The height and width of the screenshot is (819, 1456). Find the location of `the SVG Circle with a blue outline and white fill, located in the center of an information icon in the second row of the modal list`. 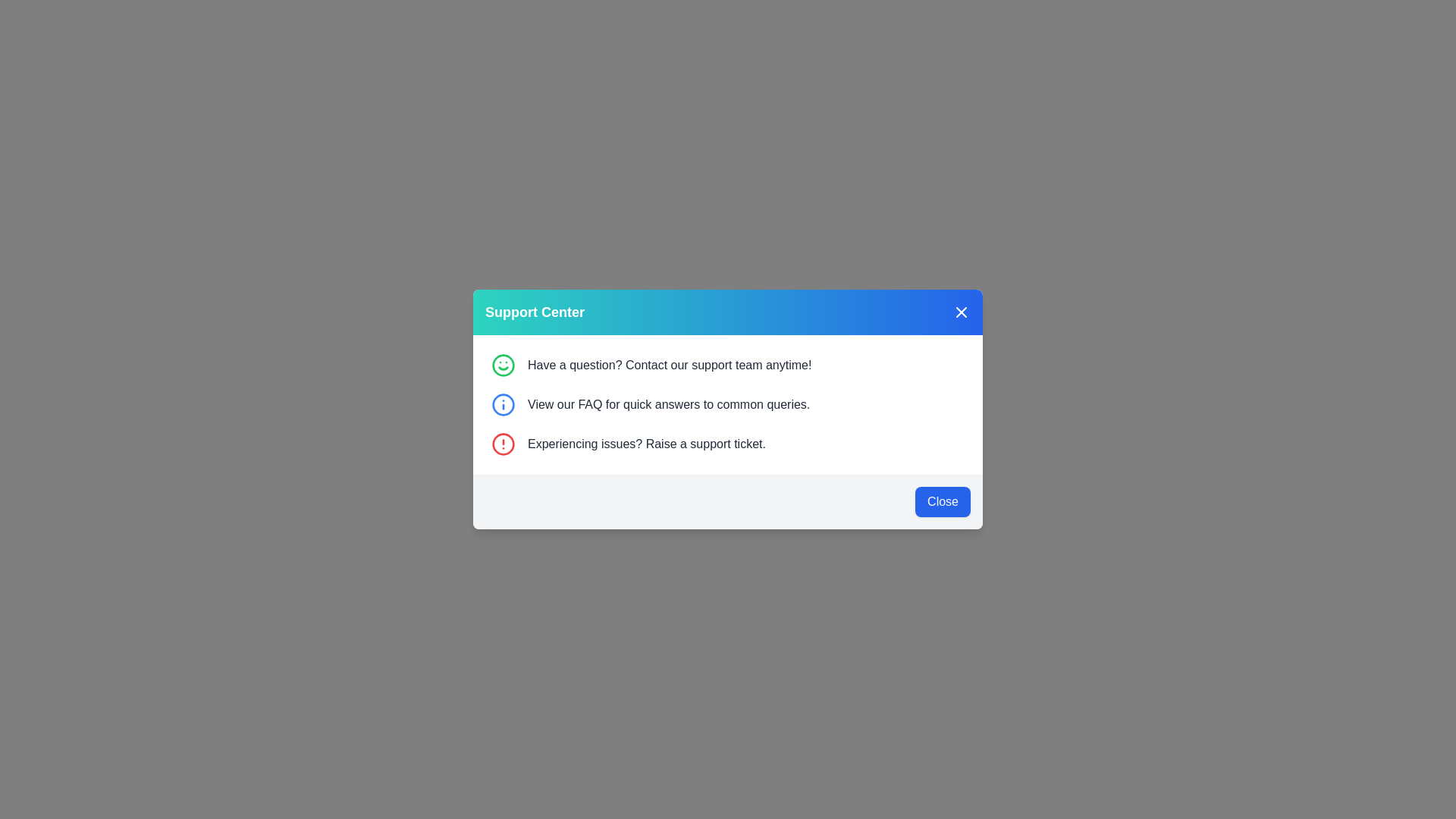

the SVG Circle with a blue outline and white fill, located in the center of an information icon in the second row of the modal list is located at coordinates (503, 403).